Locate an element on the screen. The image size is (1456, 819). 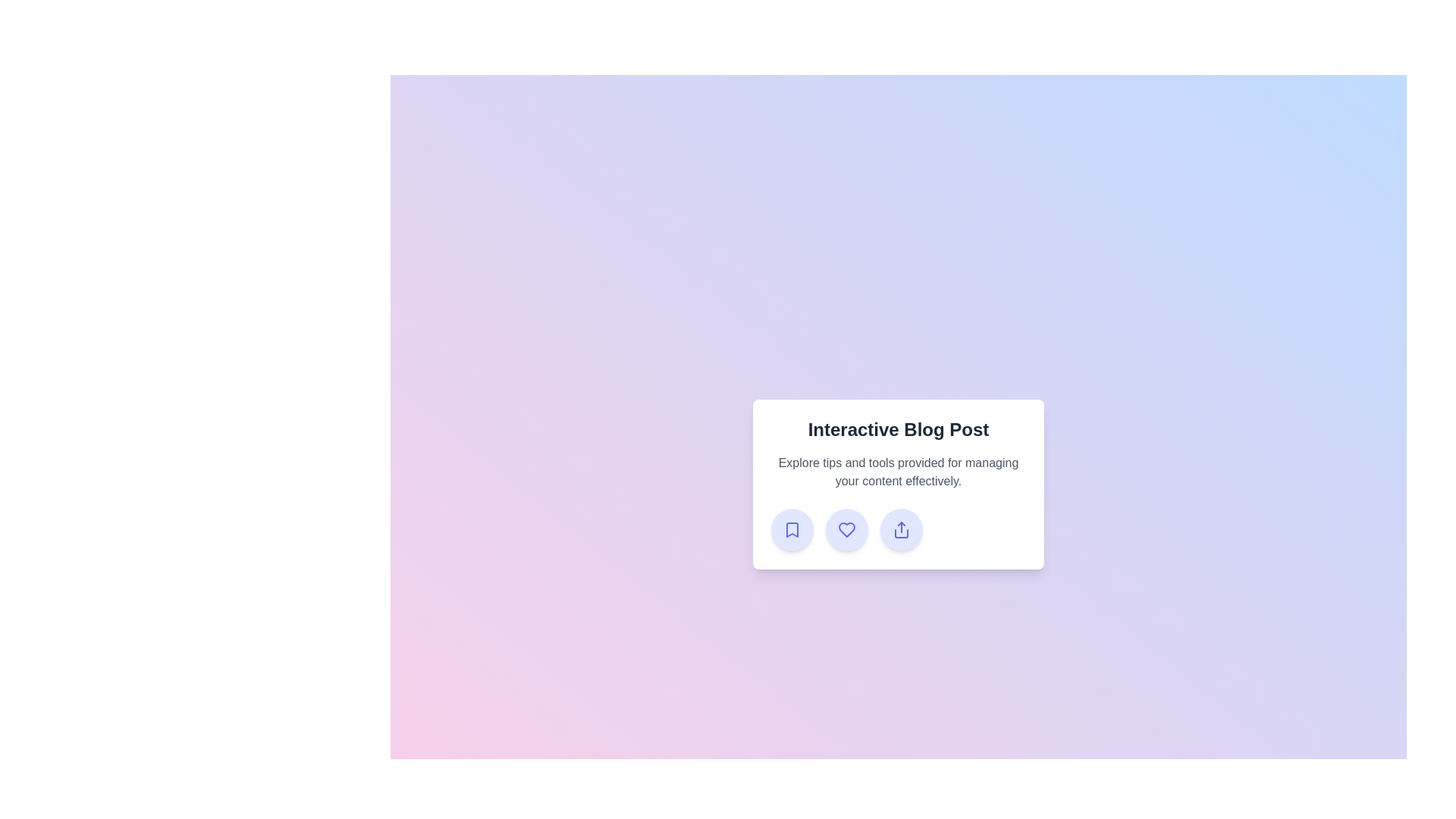
the first circular button on the left, which contains a bookmark SVG icon is located at coordinates (792, 529).